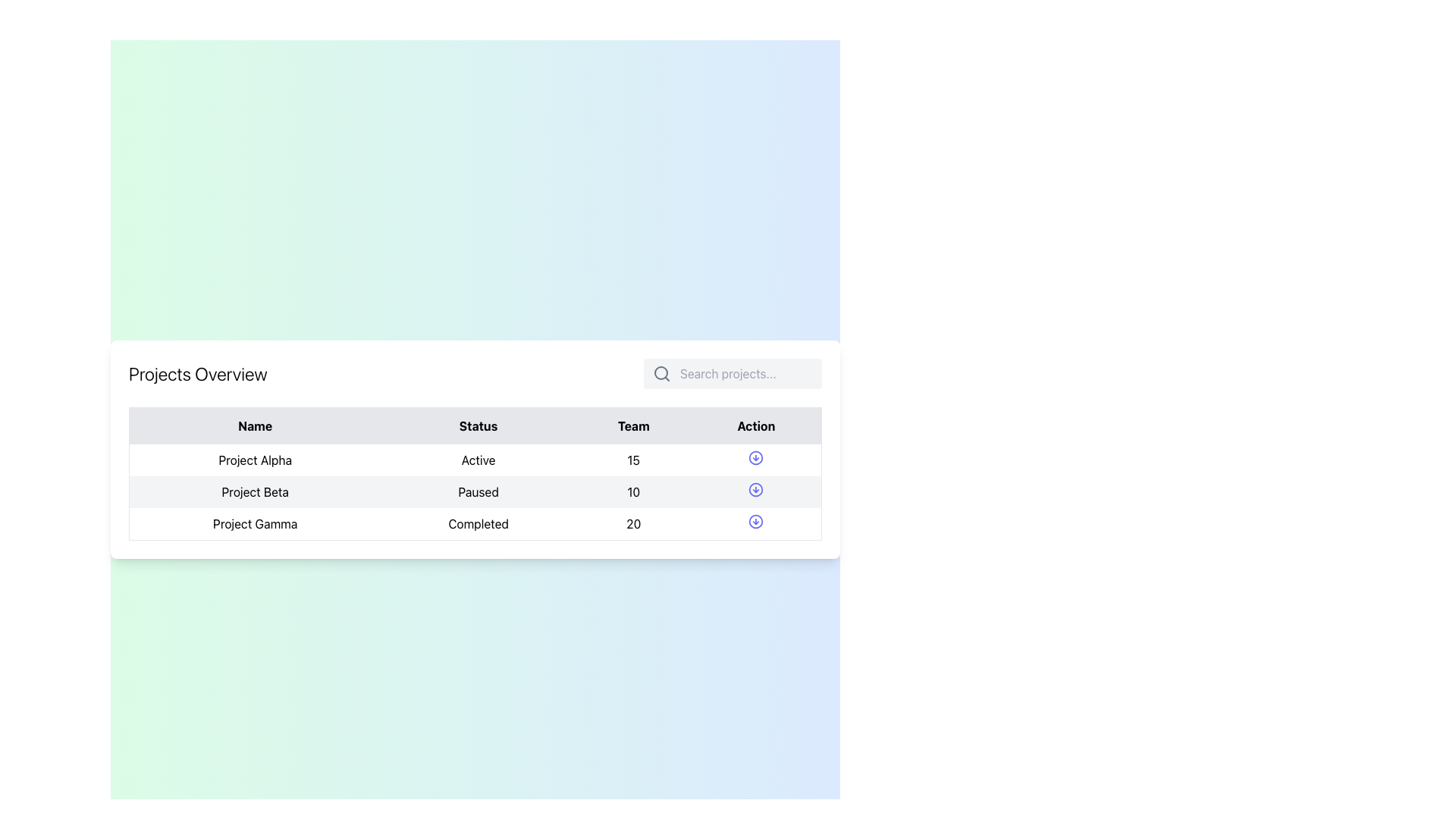 The image size is (1456, 819). I want to click on bold text 'Team' located in the third column header of the table, which has a light gray background and is positioned between 'Status' and 'Action', so click(633, 425).